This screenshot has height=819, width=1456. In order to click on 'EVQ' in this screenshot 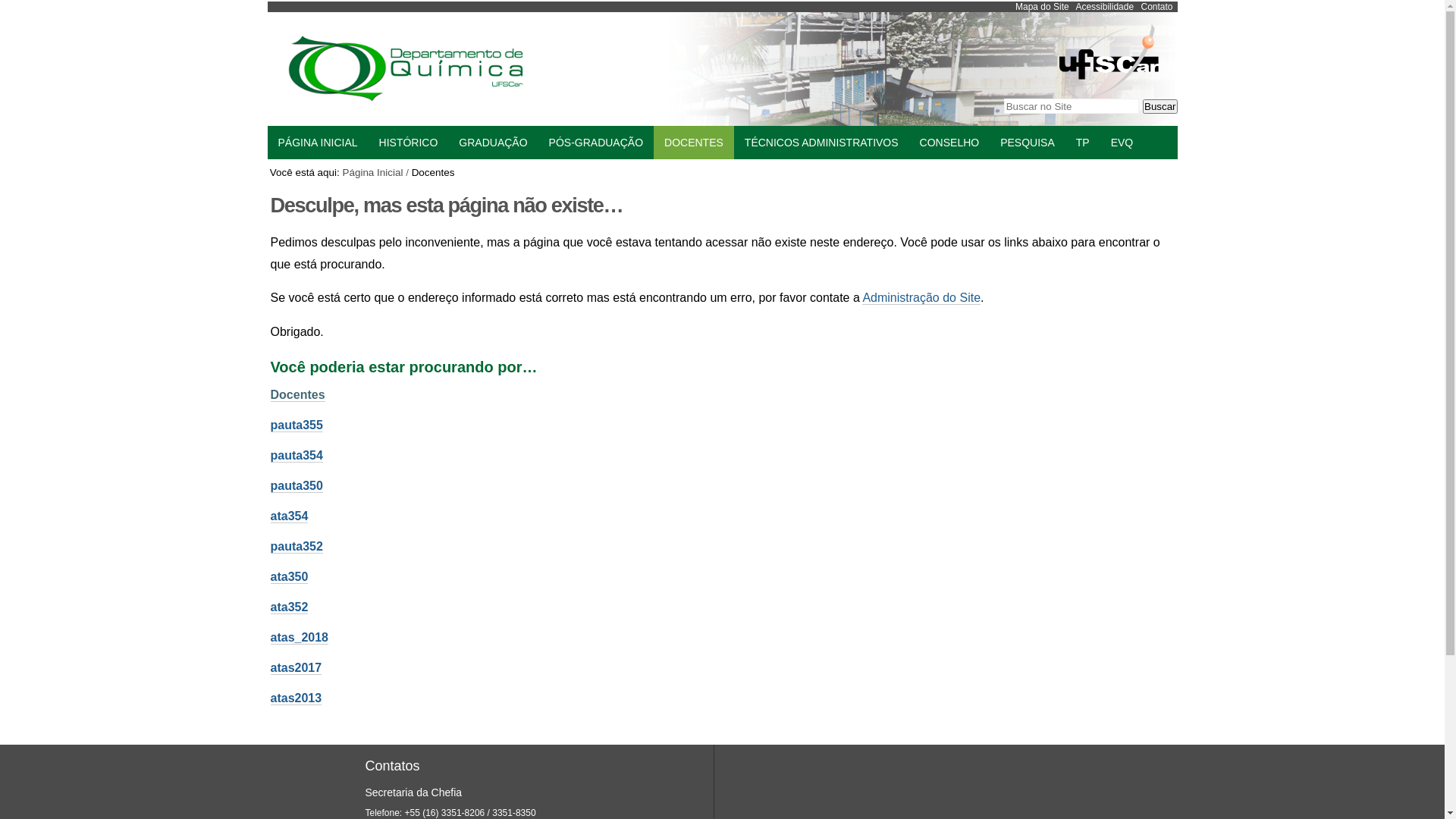, I will do `click(1122, 143)`.